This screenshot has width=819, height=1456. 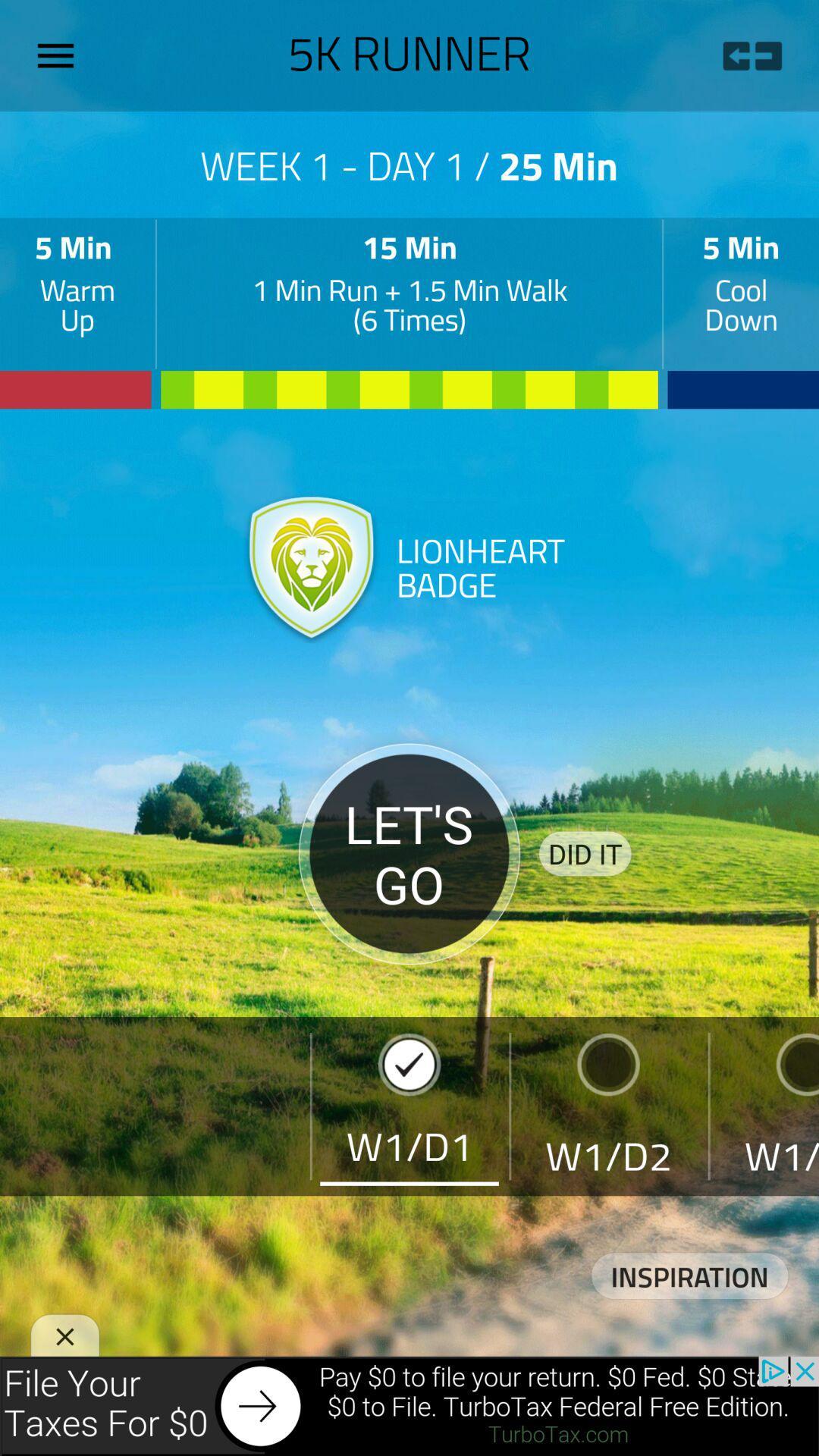 I want to click on open menu, so click(x=61, y=55).